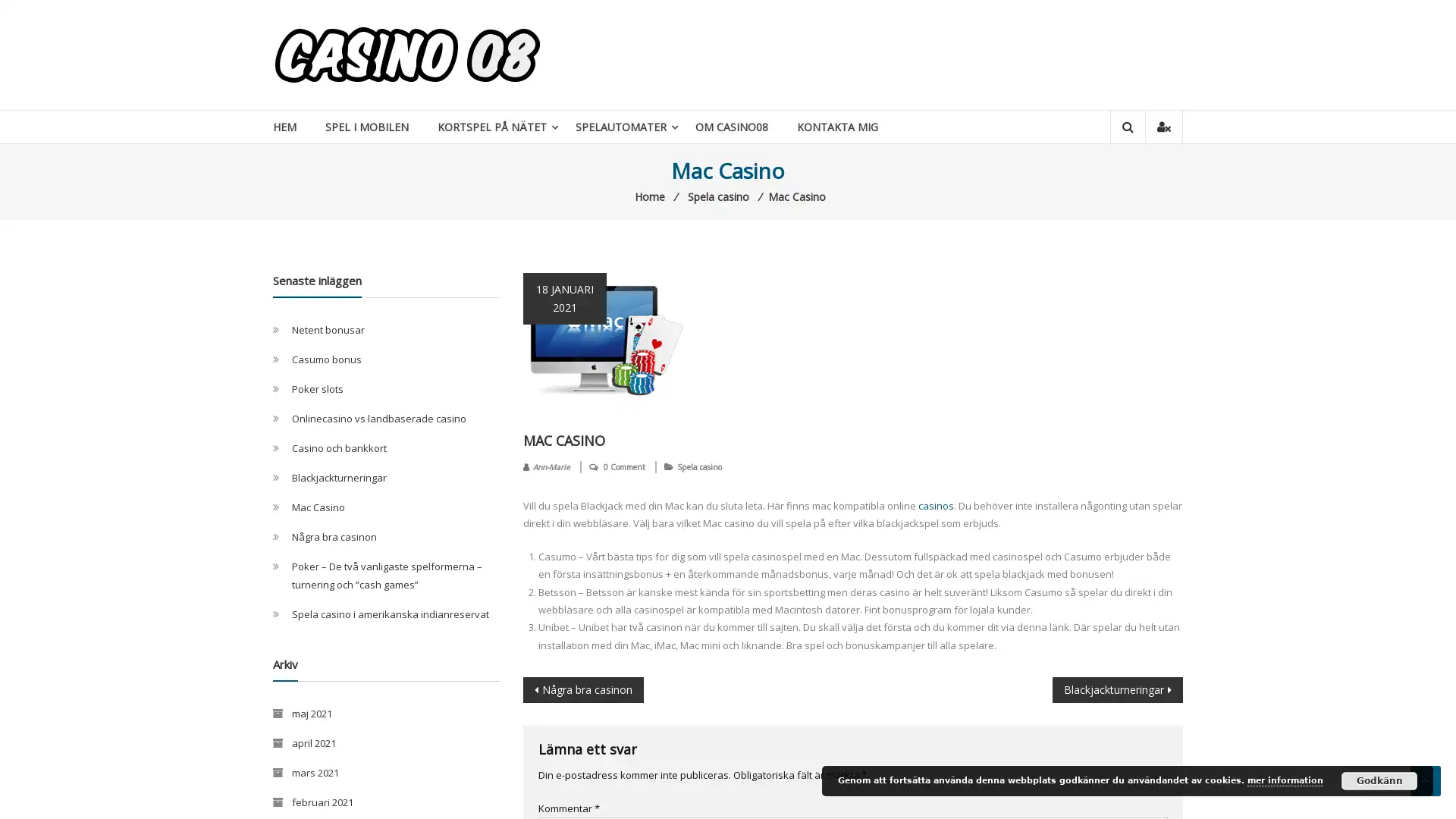 The height and width of the screenshot is (819, 1456). I want to click on Godkann, so click(1379, 780).